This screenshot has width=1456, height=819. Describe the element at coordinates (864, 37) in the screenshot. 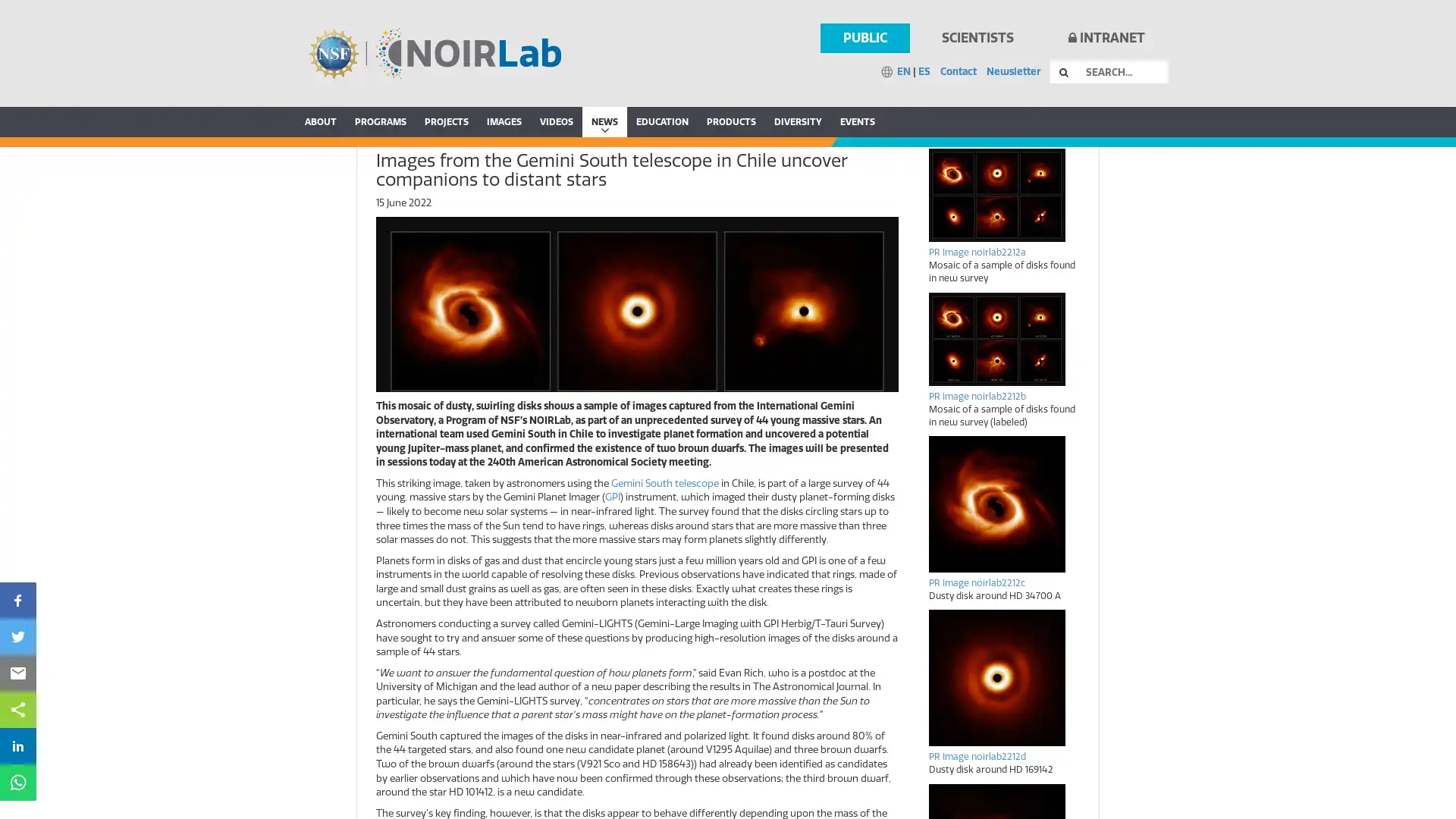

I see `PUBLIC` at that location.